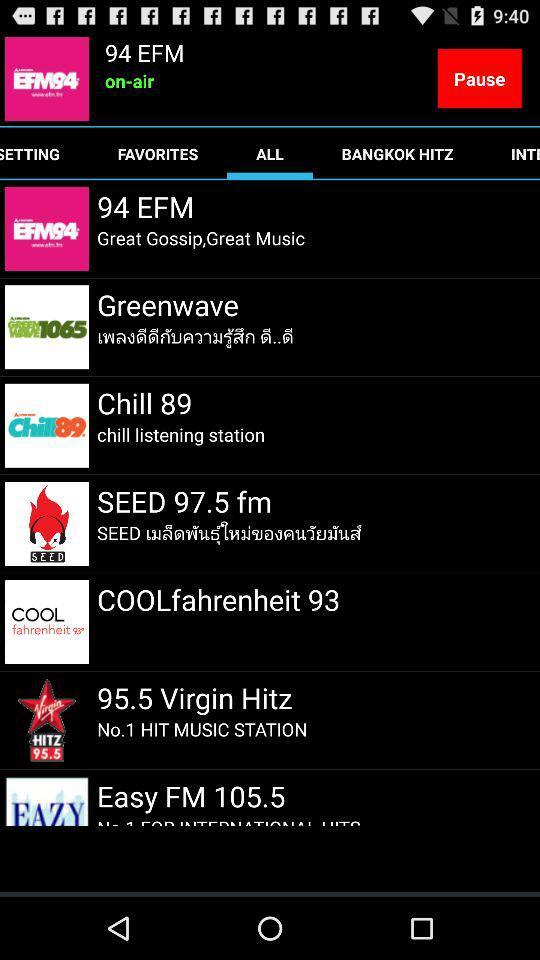 This screenshot has height=960, width=540. What do you see at coordinates (217, 599) in the screenshot?
I see `item above the 95 5 virgin app` at bounding box center [217, 599].